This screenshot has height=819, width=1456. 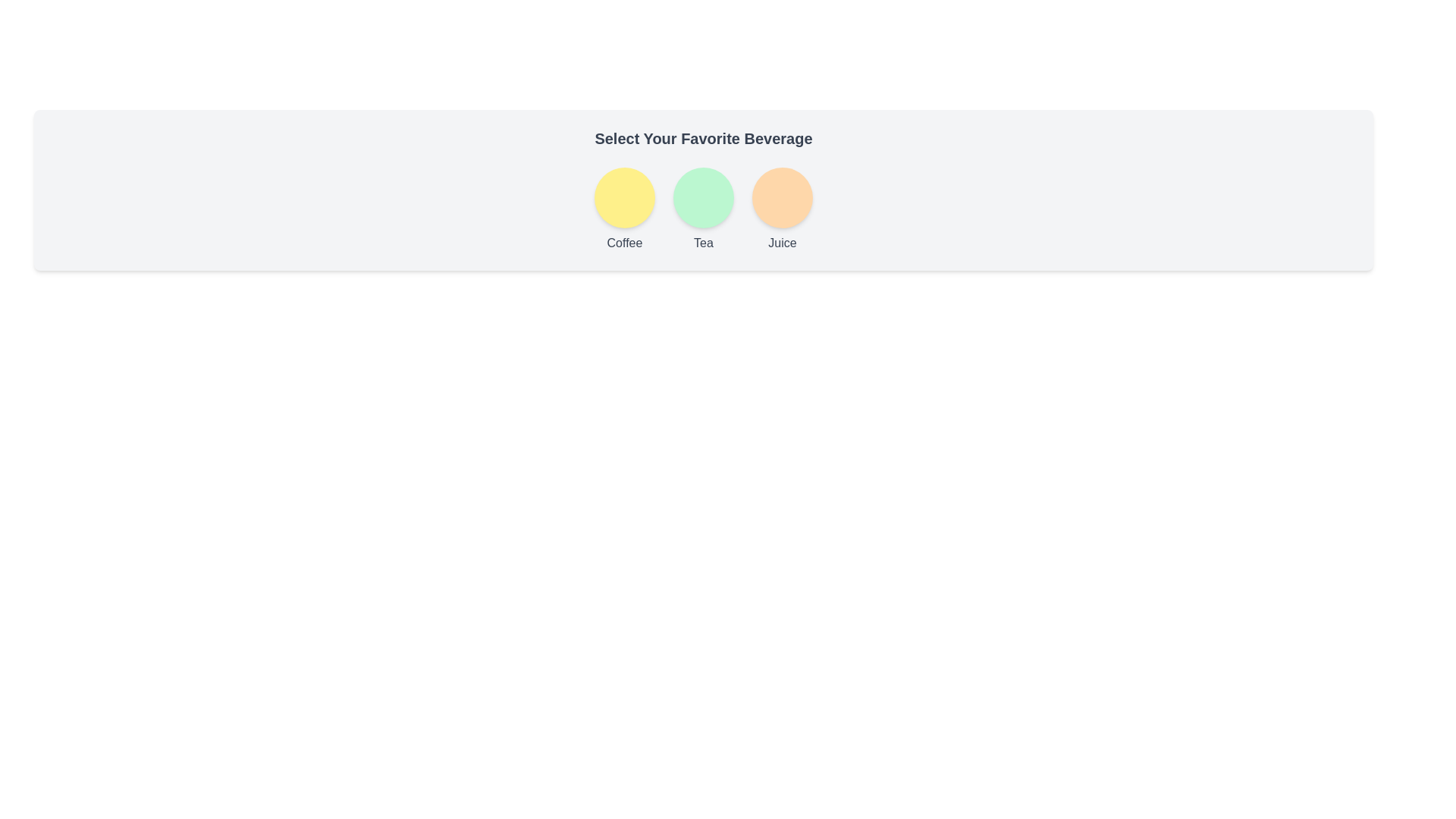 What do you see at coordinates (702, 197) in the screenshot?
I see `the 'Tea' button` at bounding box center [702, 197].